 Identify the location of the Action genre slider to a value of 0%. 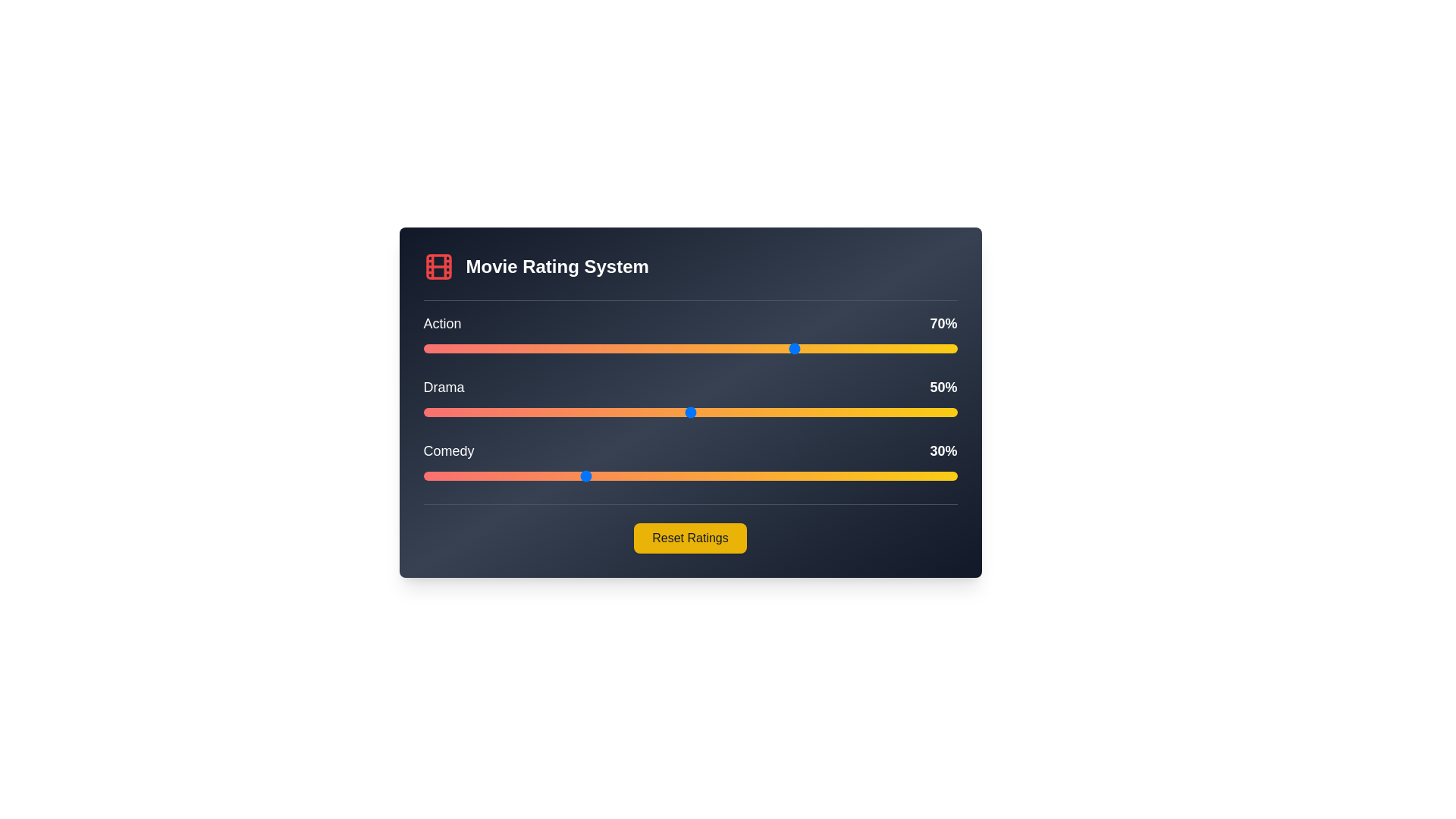
(423, 348).